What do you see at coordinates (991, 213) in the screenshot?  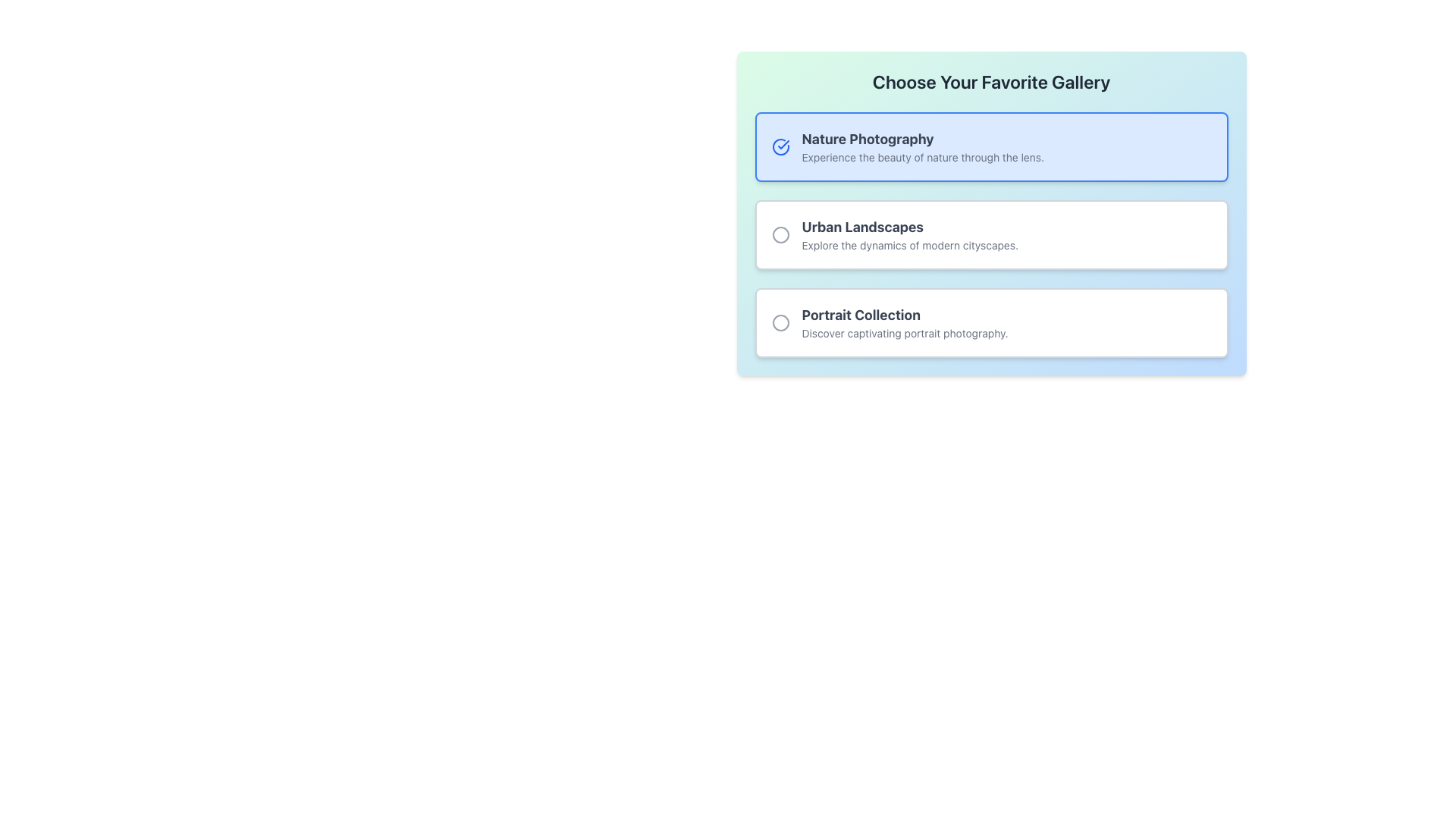 I see `the 'Urban Landscapes' button which has a white background and gray border, located between 'Nature Photography' and 'Portrait Collection'` at bounding box center [991, 213].